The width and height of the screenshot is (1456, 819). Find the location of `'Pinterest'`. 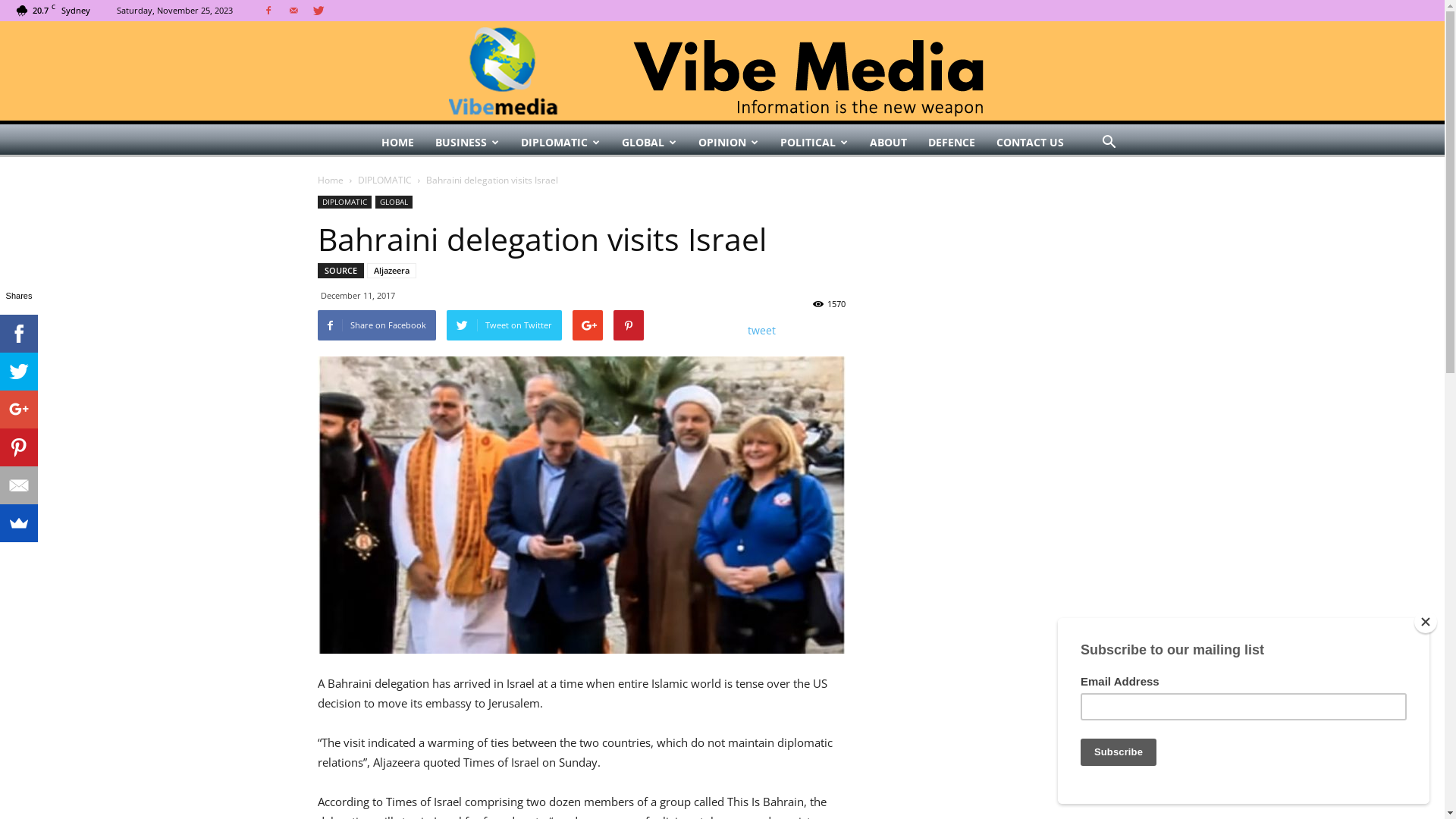

'Pinterest' is located at coordinates (18, 447).